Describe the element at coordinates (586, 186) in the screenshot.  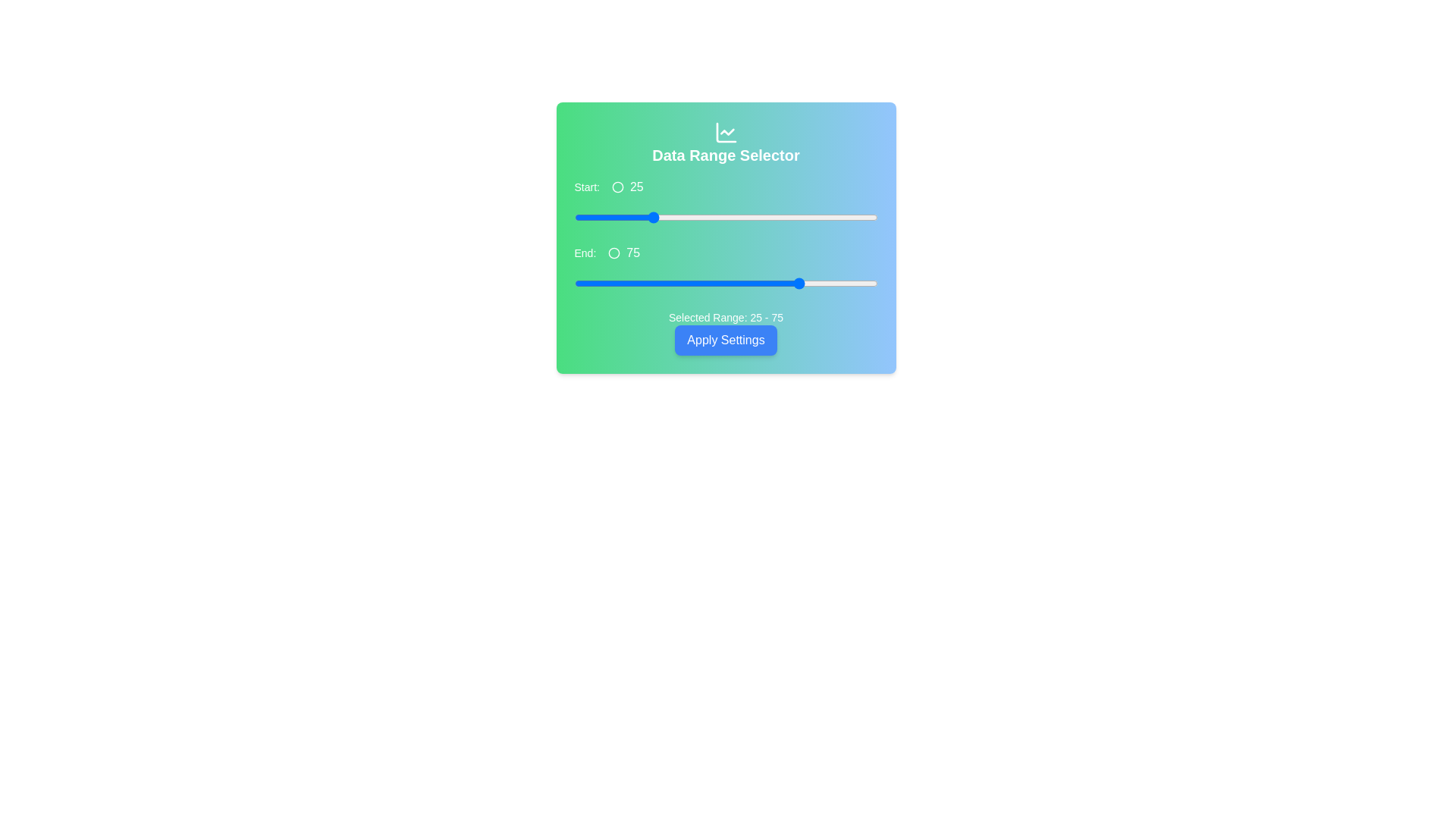
I see `the text label 'Start:' which is styled with a small font size and white color, located in the upper left section of the data range selector interface` at that location.